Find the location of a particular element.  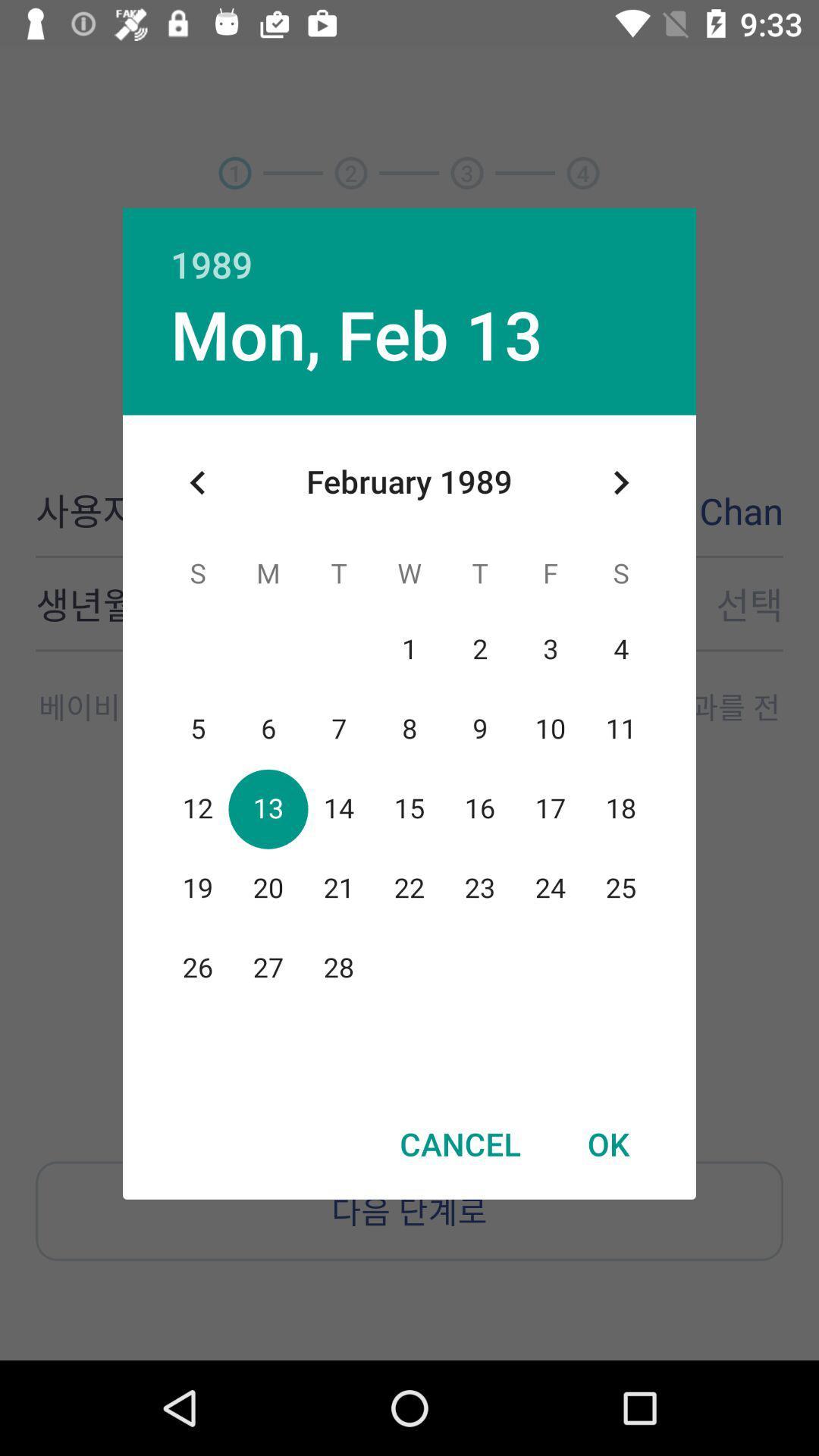

cancel icon is located at coordinates (460, 1144).